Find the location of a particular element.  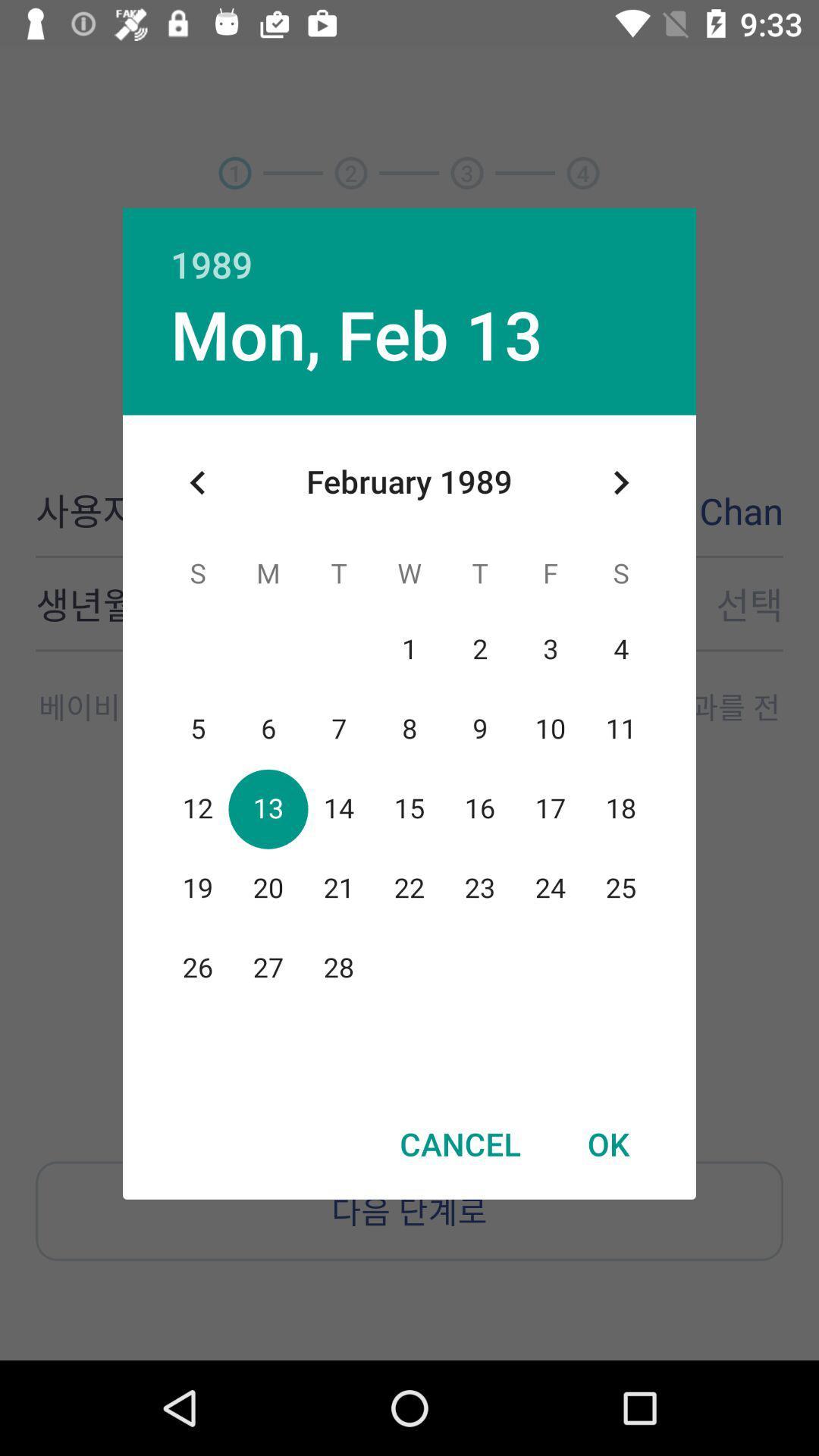

cancel icon is located at coordinates (460, 1144).